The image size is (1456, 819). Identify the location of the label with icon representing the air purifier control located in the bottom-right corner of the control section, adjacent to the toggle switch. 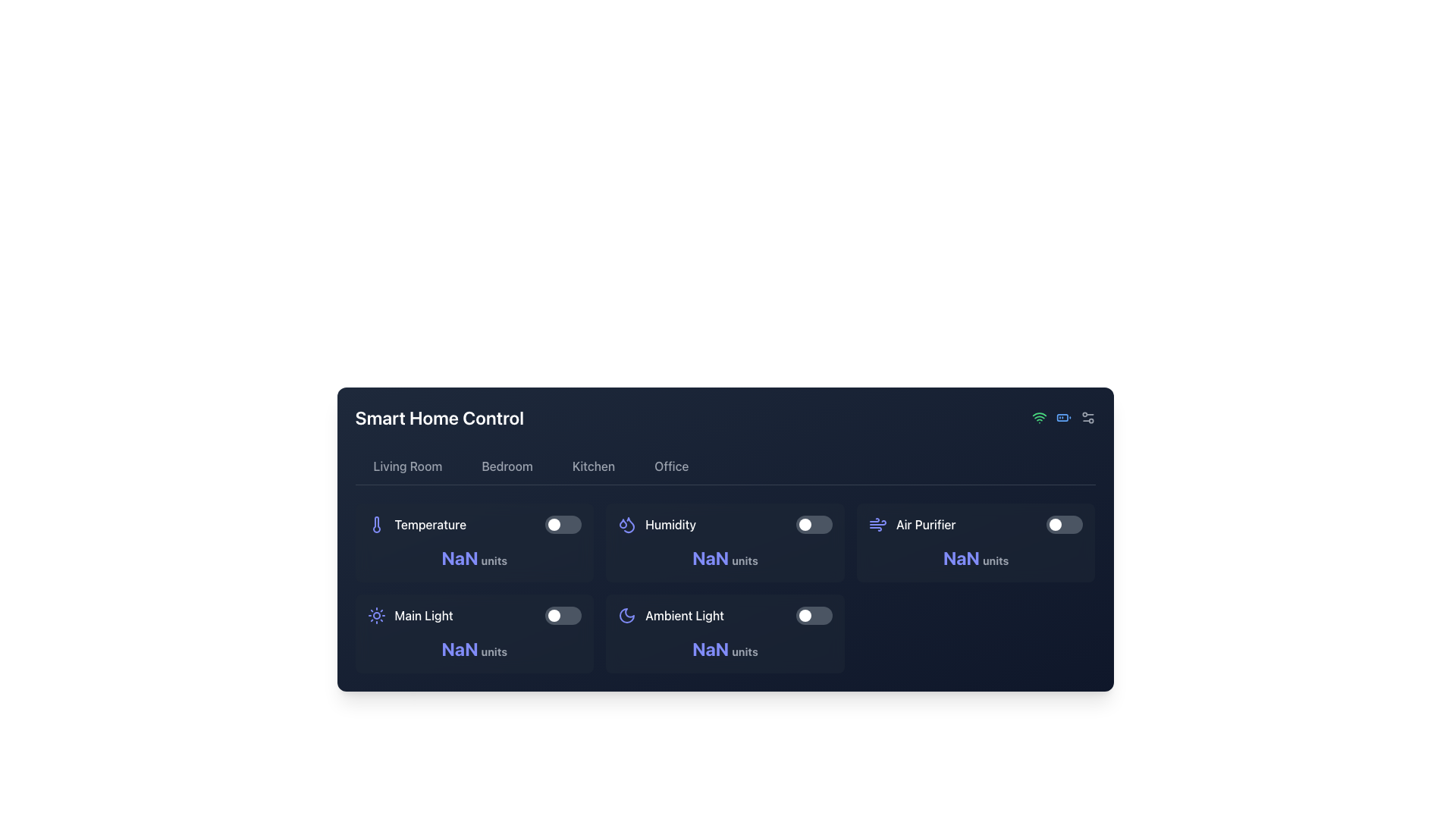
(912, 523).